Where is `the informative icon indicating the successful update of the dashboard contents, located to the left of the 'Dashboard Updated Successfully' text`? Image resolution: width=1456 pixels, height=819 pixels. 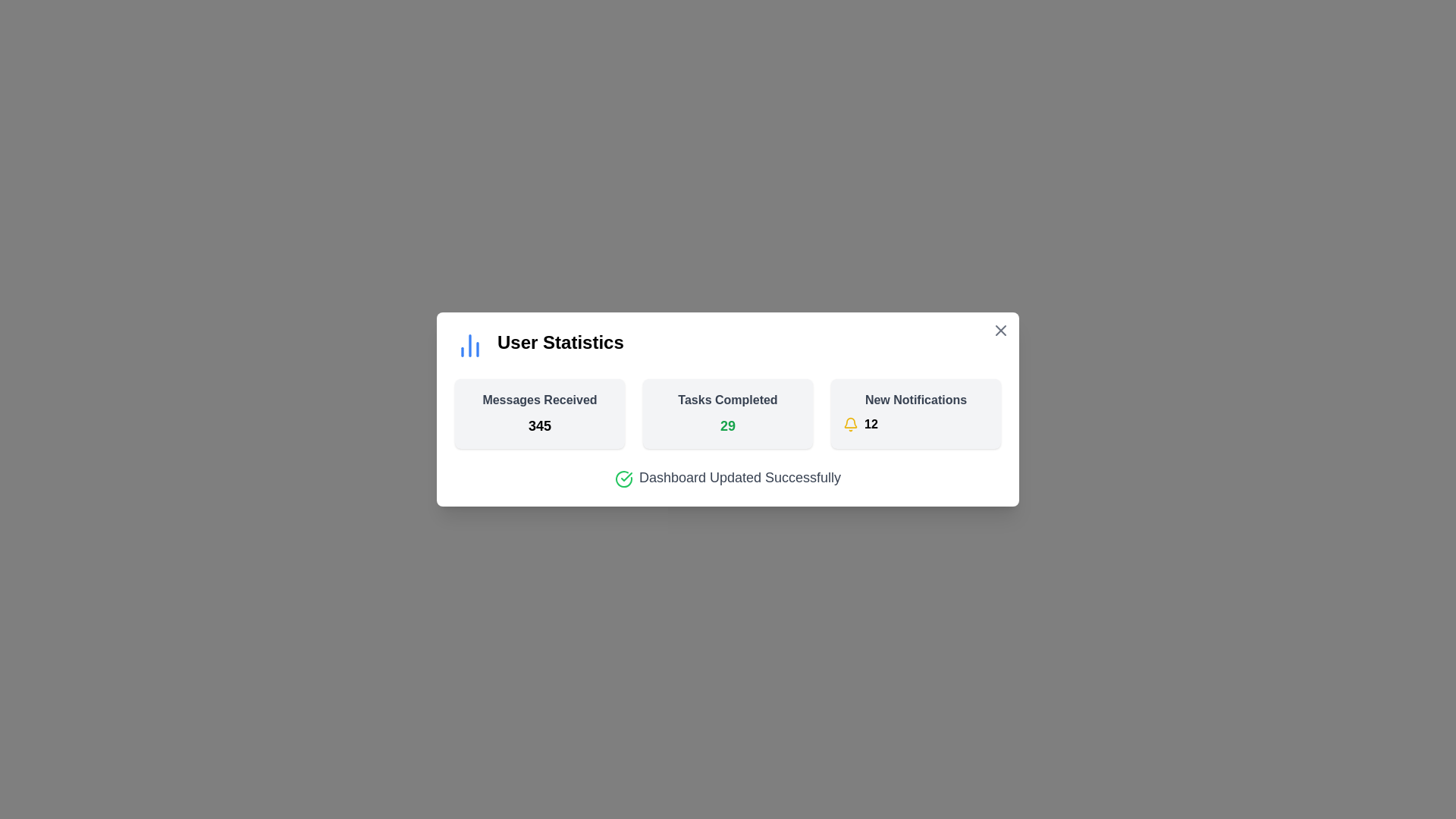 the informative icon indicating the successful update of the dashboard contents, located to the left of the 'Dashboard Updated Successfully' text is located at coordinates (623, 479).